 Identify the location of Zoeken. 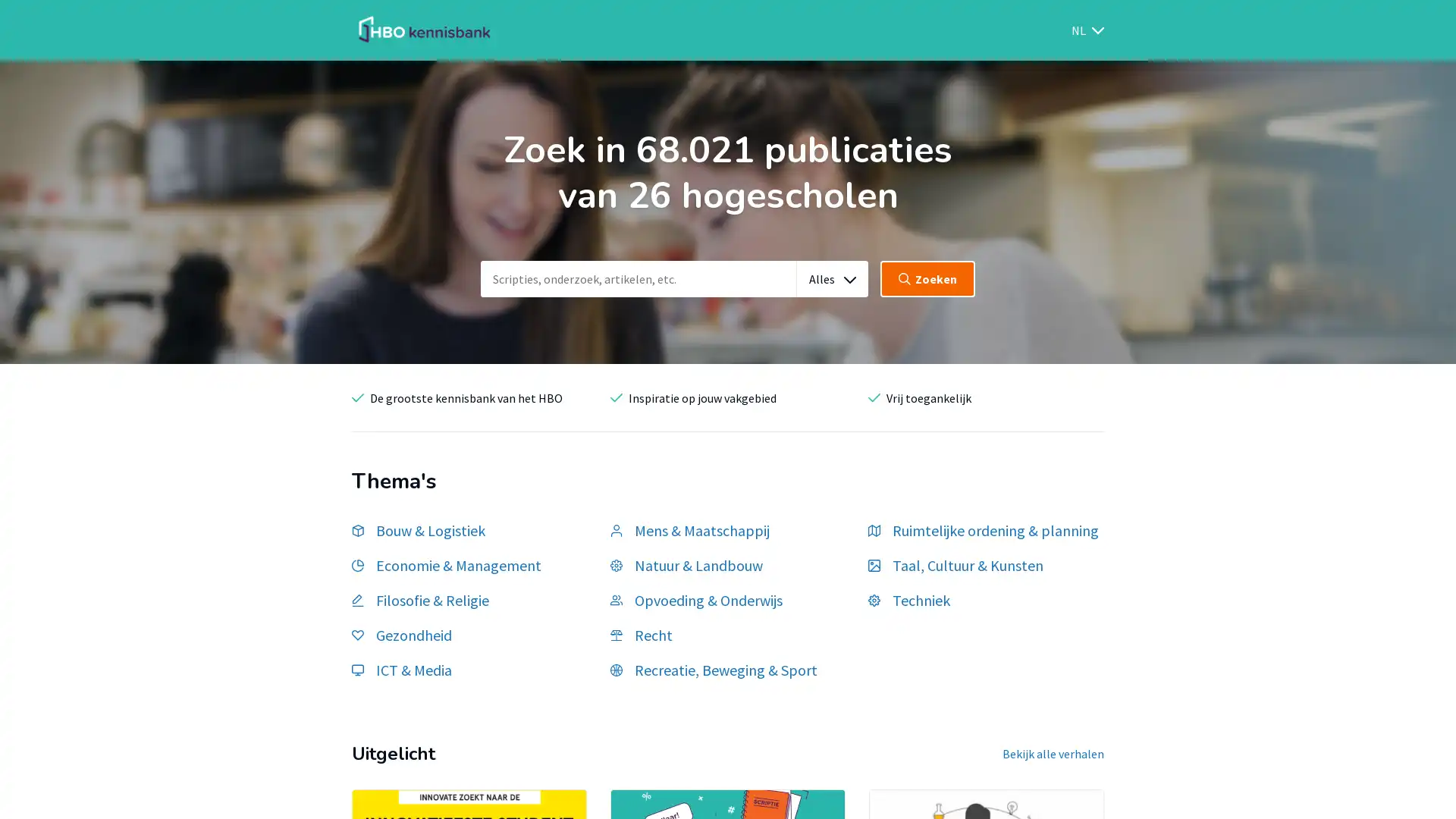
(927, 278).